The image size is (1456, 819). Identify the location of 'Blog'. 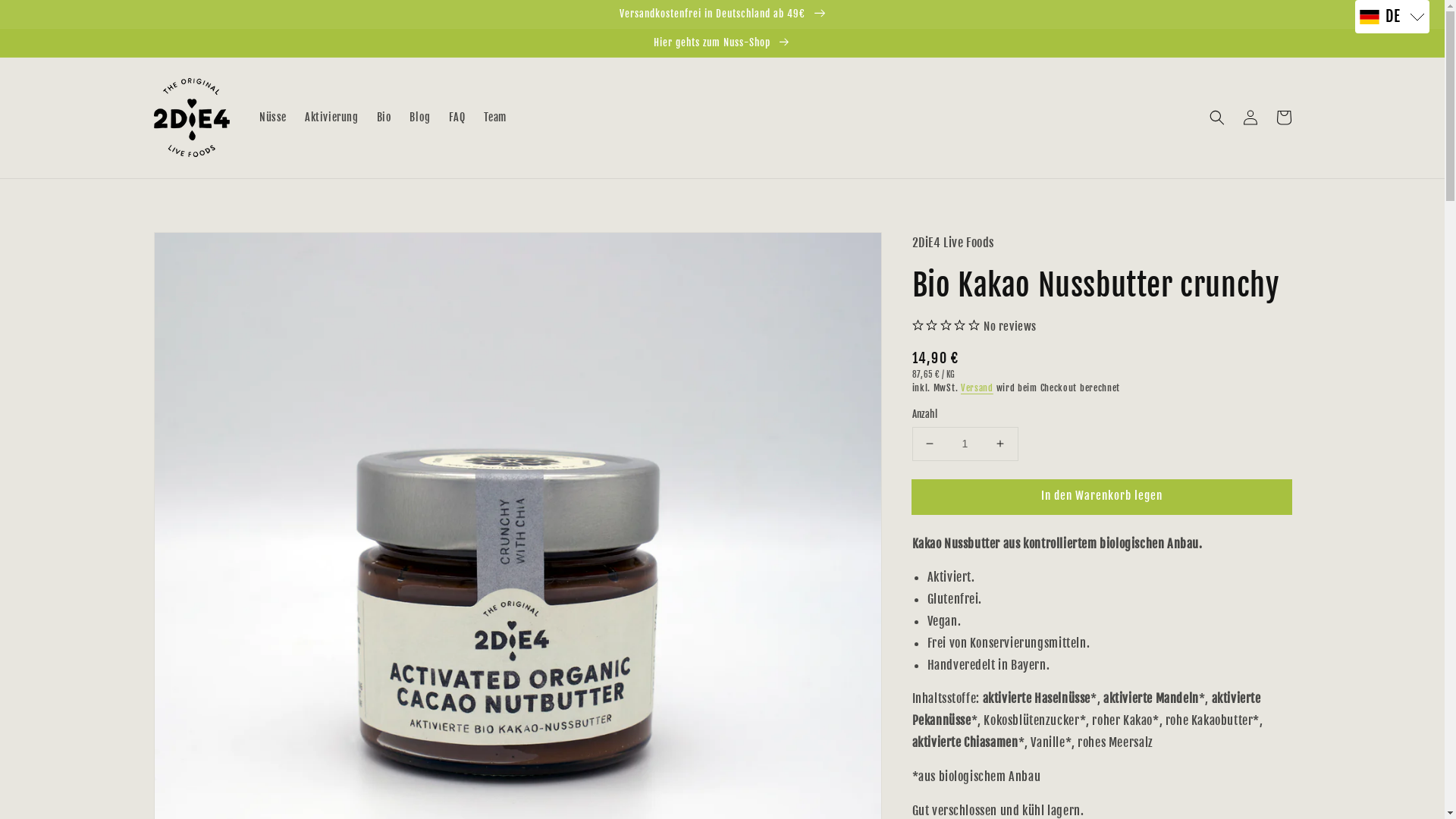
(400, 116).